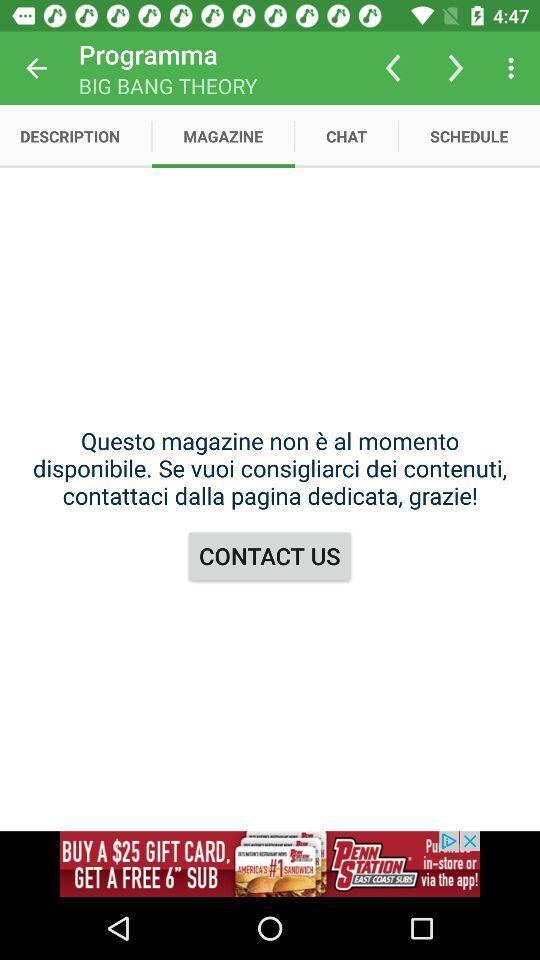 This screenshot has height=960, width=540. Describe the element at coordinates (456, 68) in the screenshot. I see `the second symbol which is left to the menu bar on the top right of the page` at that location.